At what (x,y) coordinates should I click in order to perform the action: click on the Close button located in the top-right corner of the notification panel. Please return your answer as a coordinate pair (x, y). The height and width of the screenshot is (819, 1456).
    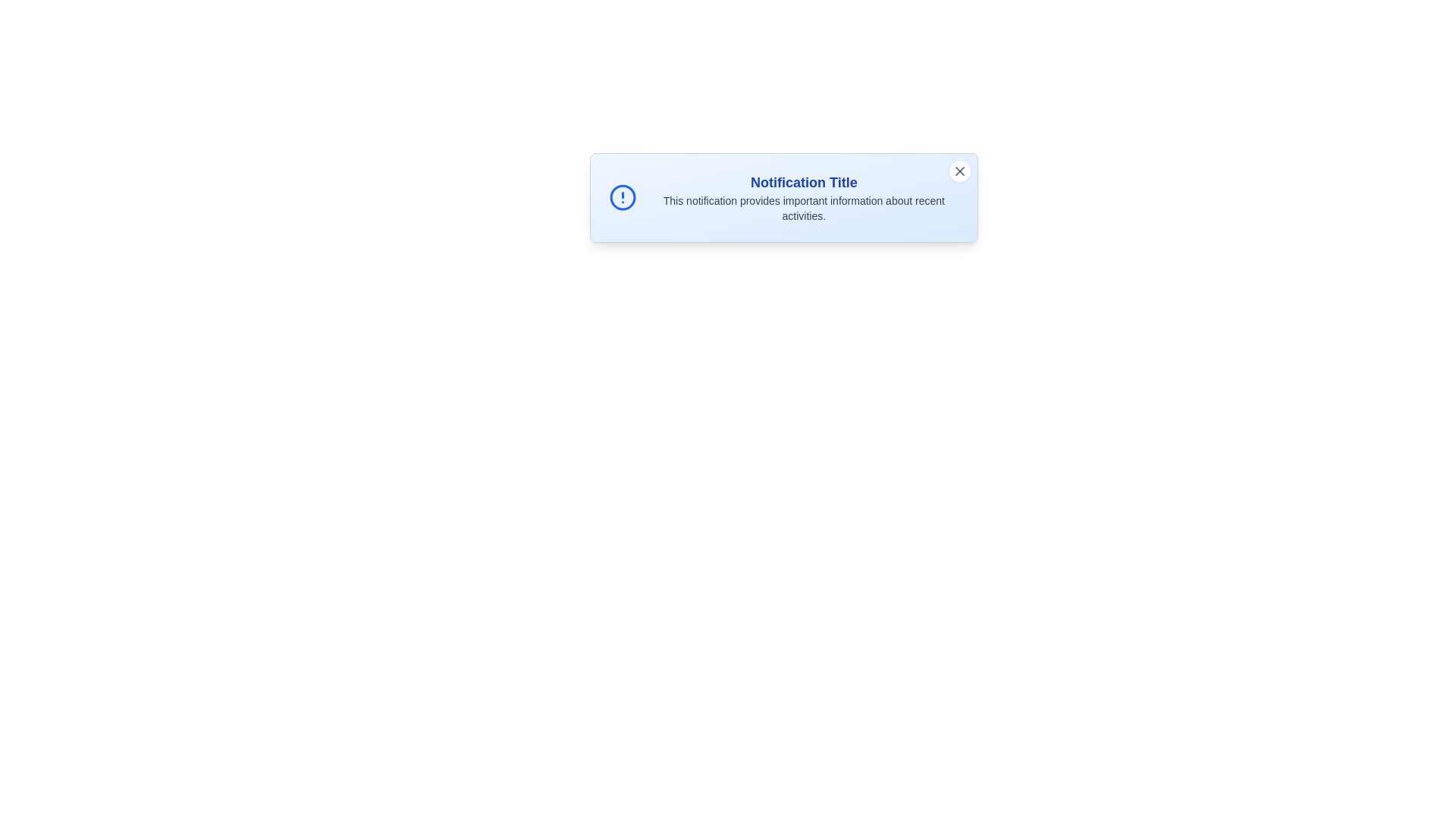
    Looking at the image, I should click on (959, 171).